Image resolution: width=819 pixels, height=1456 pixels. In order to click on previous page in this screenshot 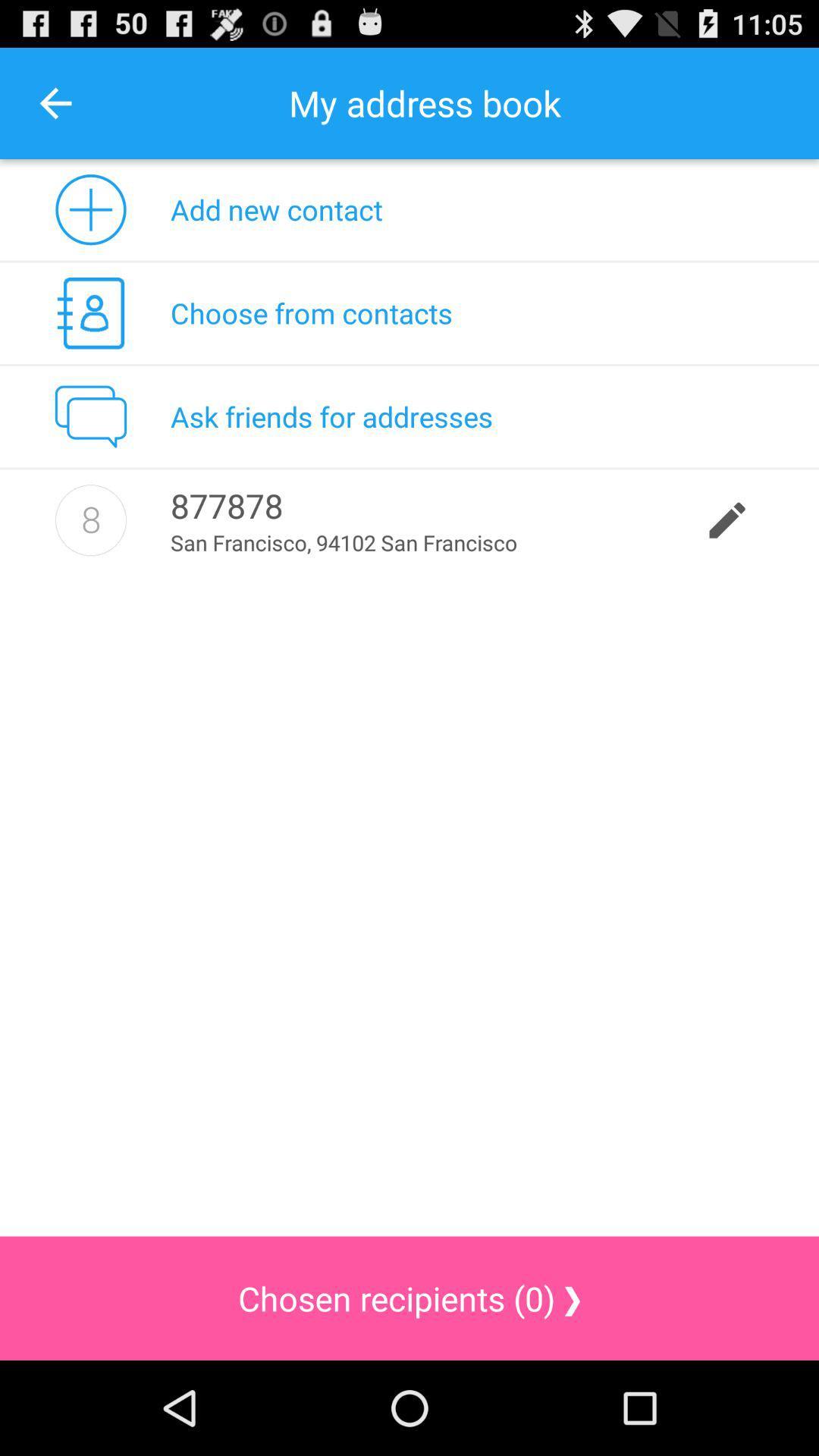, I will do `click(55, 102)`.